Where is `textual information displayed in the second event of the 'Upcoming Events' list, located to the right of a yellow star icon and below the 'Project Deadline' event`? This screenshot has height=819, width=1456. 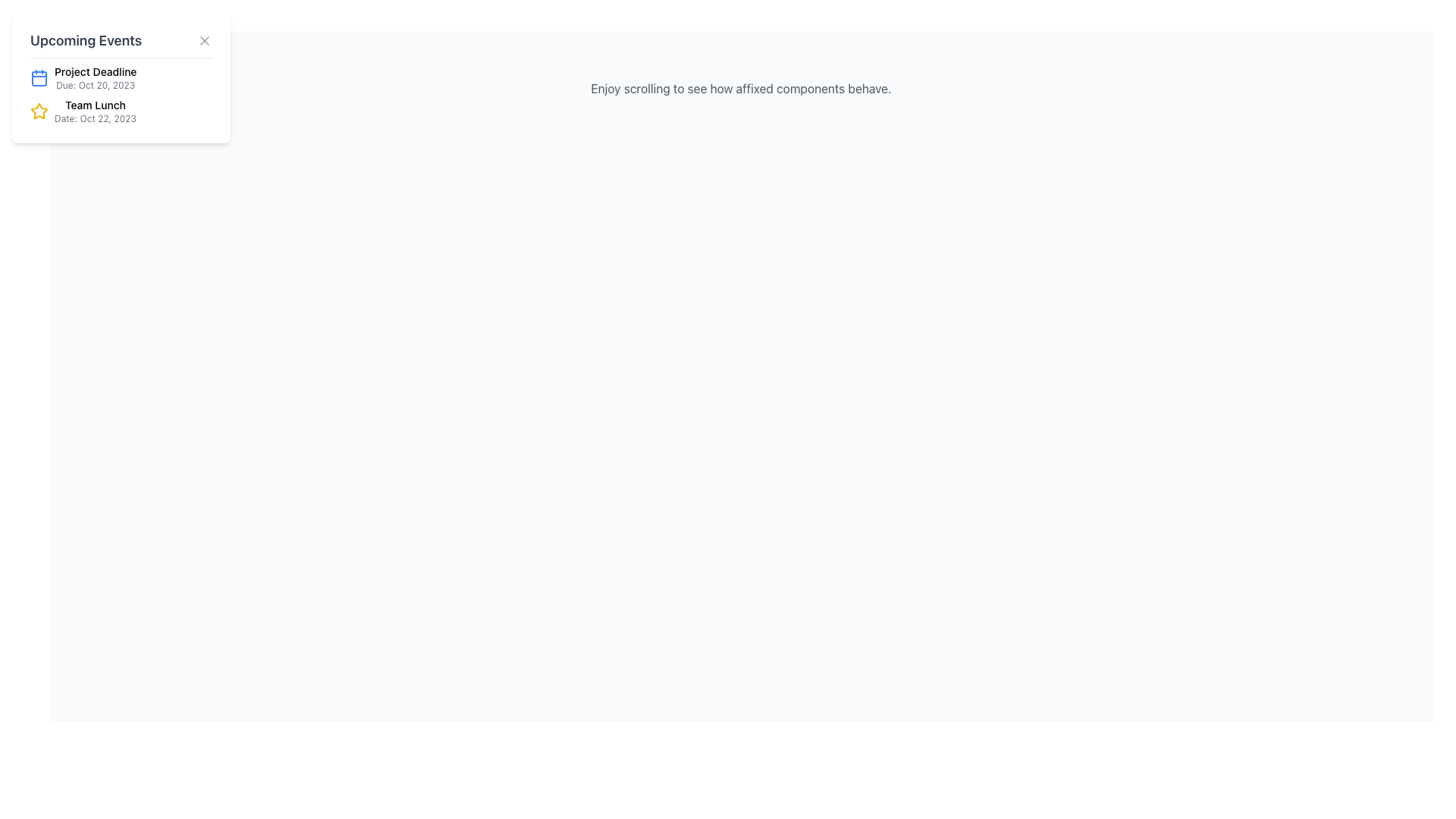 textual information displayed in the second event of the 'Upcoming Events' list, located to the right of a yellow star icon and below the 'Project Deadline' event is located at coordinates (94, 110).